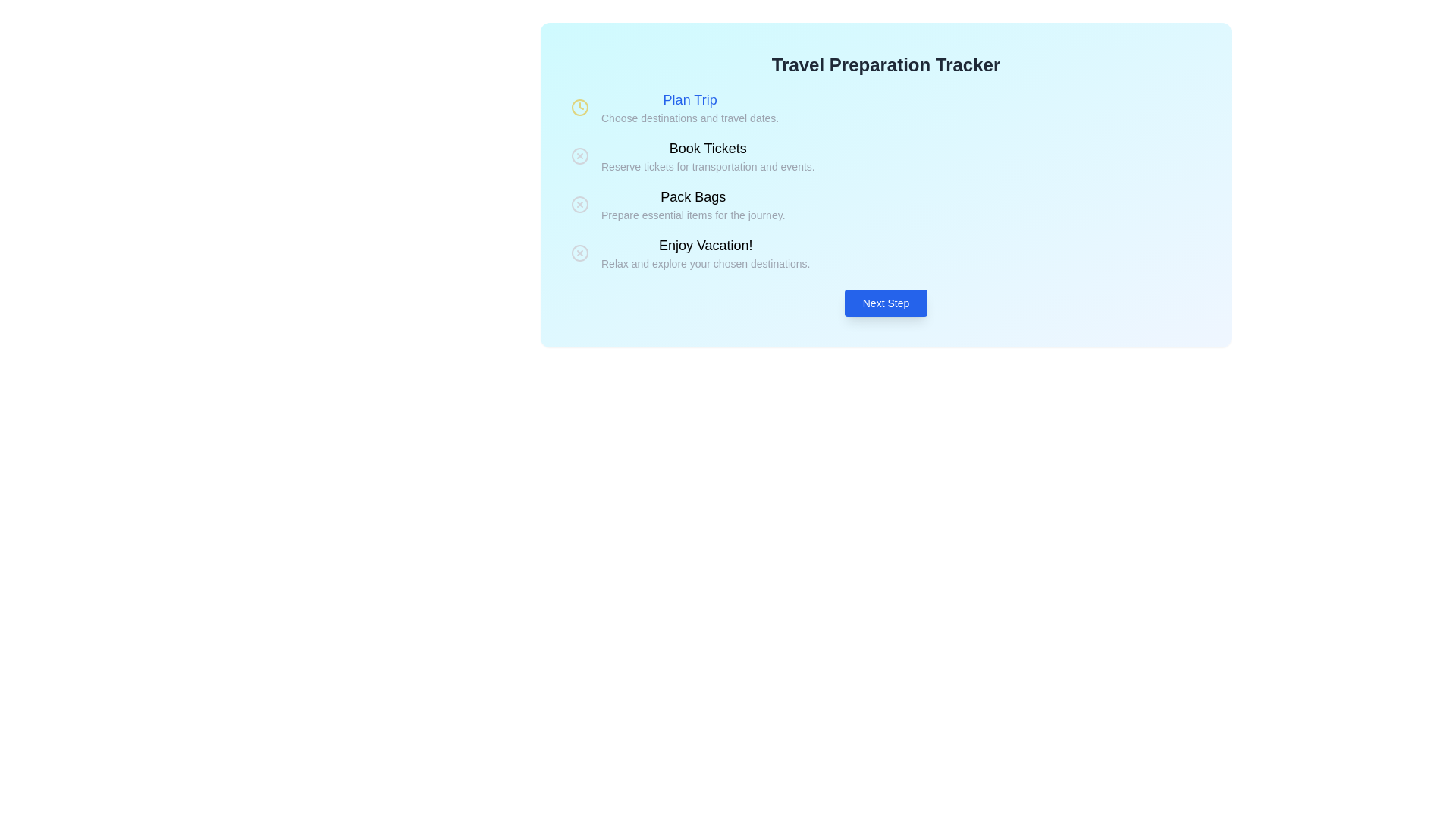 This screenshot has height=819, width=1456. I want to click on the text block titled 'Book Tickets' which provides a subtitle for reserving tickets for transportation and events, located under the 'Travel Preparation Tracker' section, so click(707, 155).